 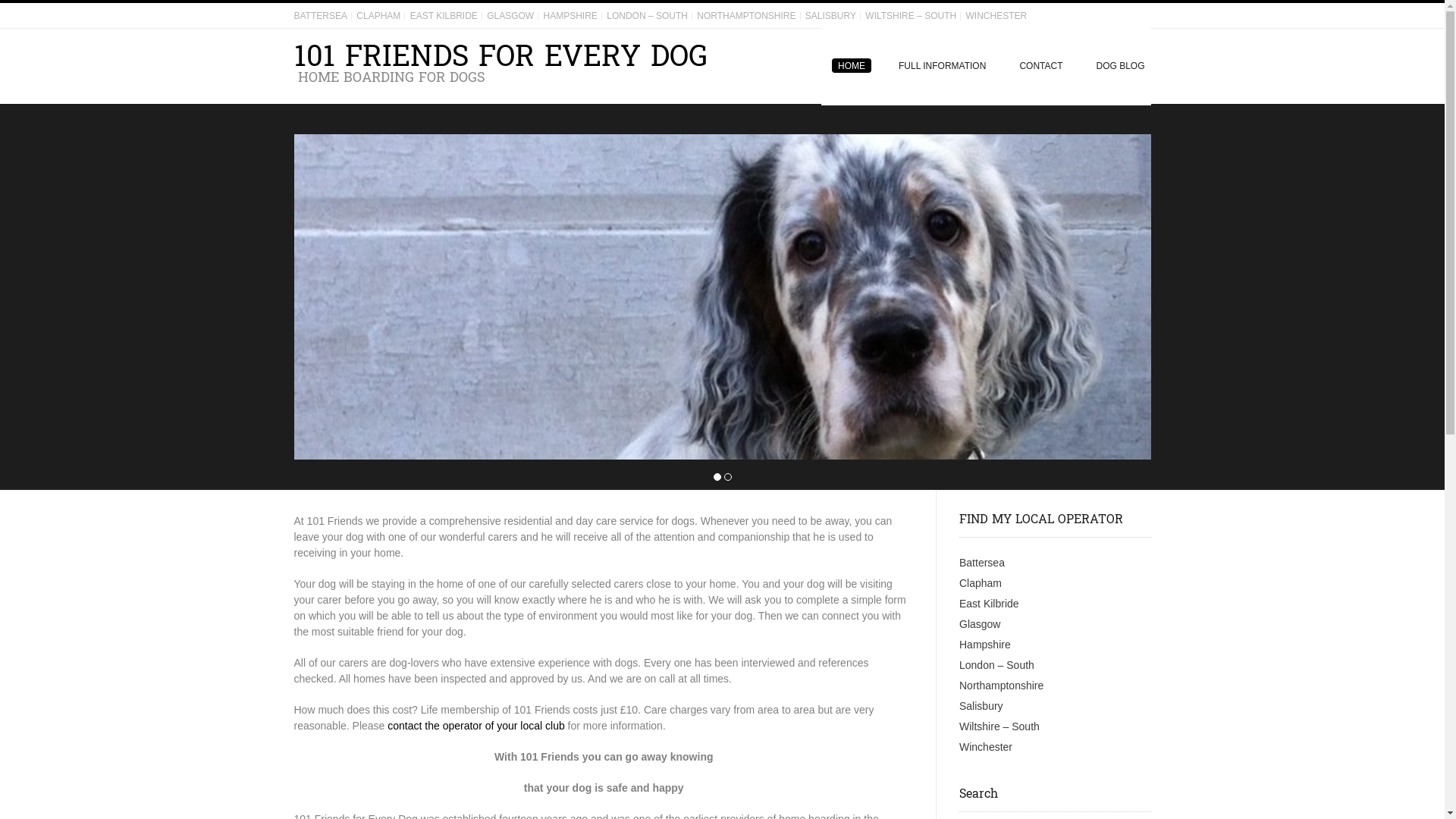 What do you see at coordinates (964, 15) in the screenshot?
I see `'WINCHESTER'` at bounding box center [964, 15].